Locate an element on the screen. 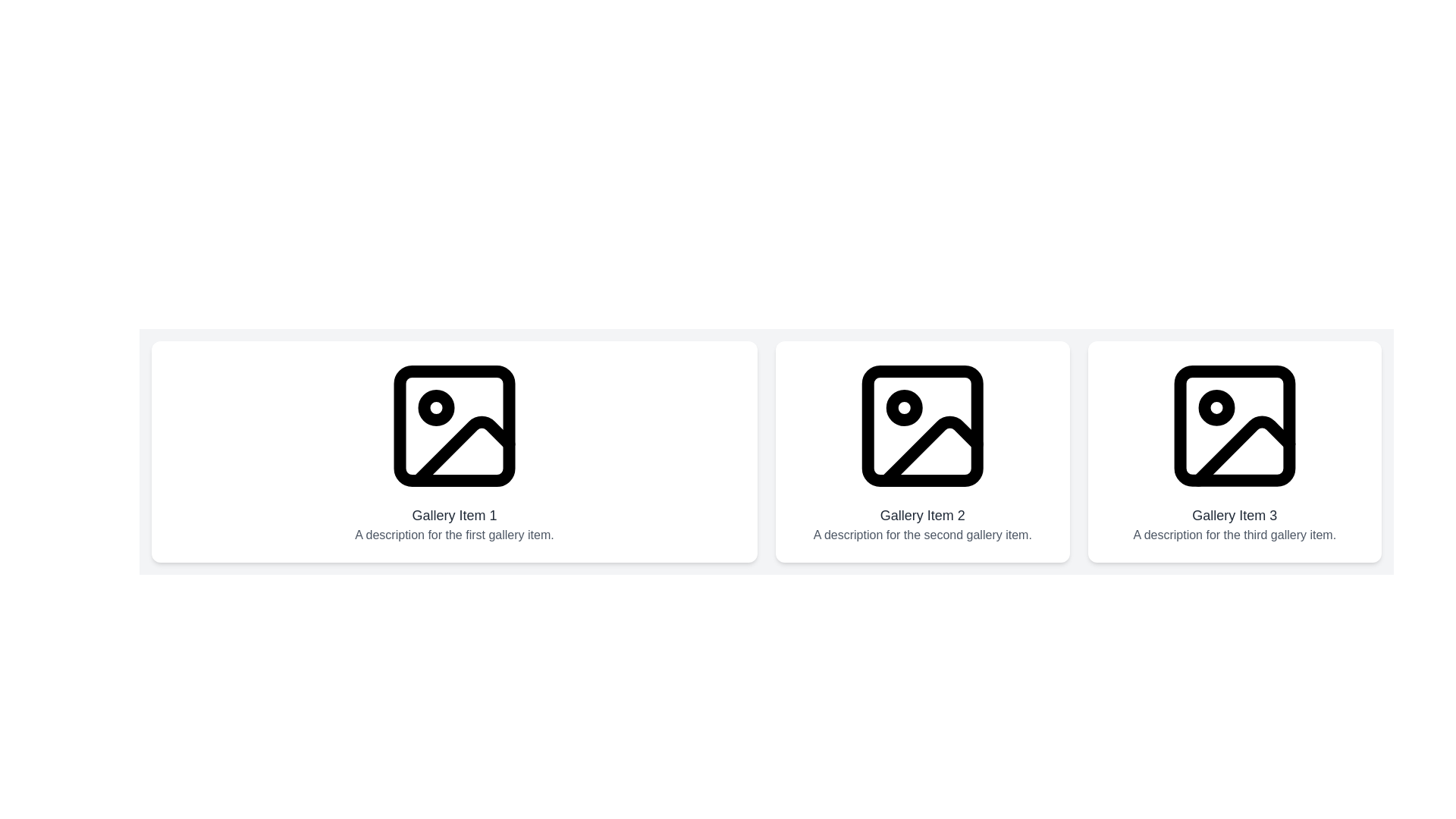 The width and height of the screenshot is (1456, 819). the text element displaying 'A description for the second gallery item.' located beneath the title 'Gallery Item 2' and the related image in the second gallery column is located at coordinates (921, 534).